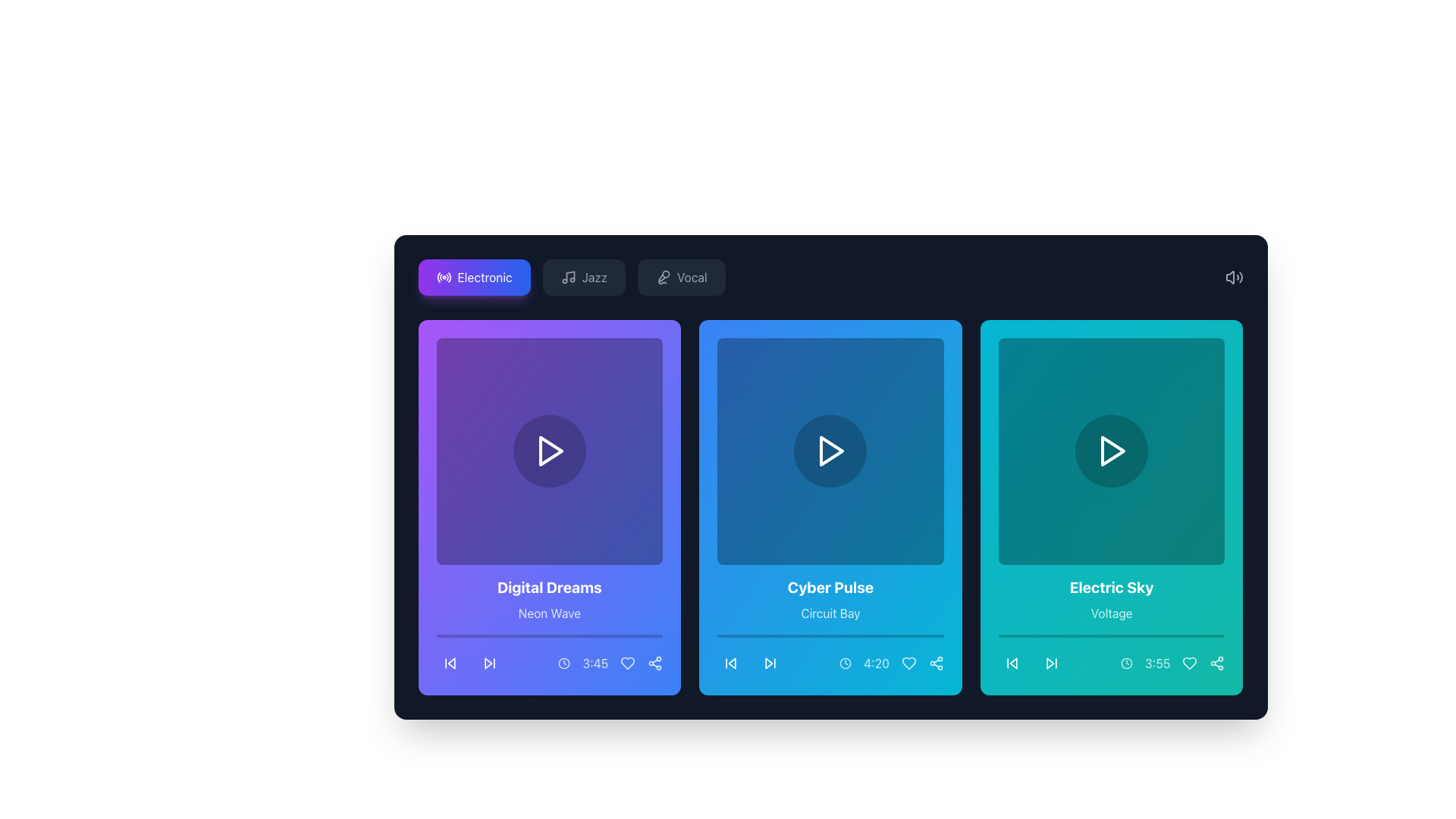 The width and height of the screenshot is (1456, 819). What do you see at coordinates (548, 507) in the screenshot?
I see `the music item card that represents a track with a play button, located as the first card in a horizontal grid, to trigger a visual effect` at bounding box center [548, 507].